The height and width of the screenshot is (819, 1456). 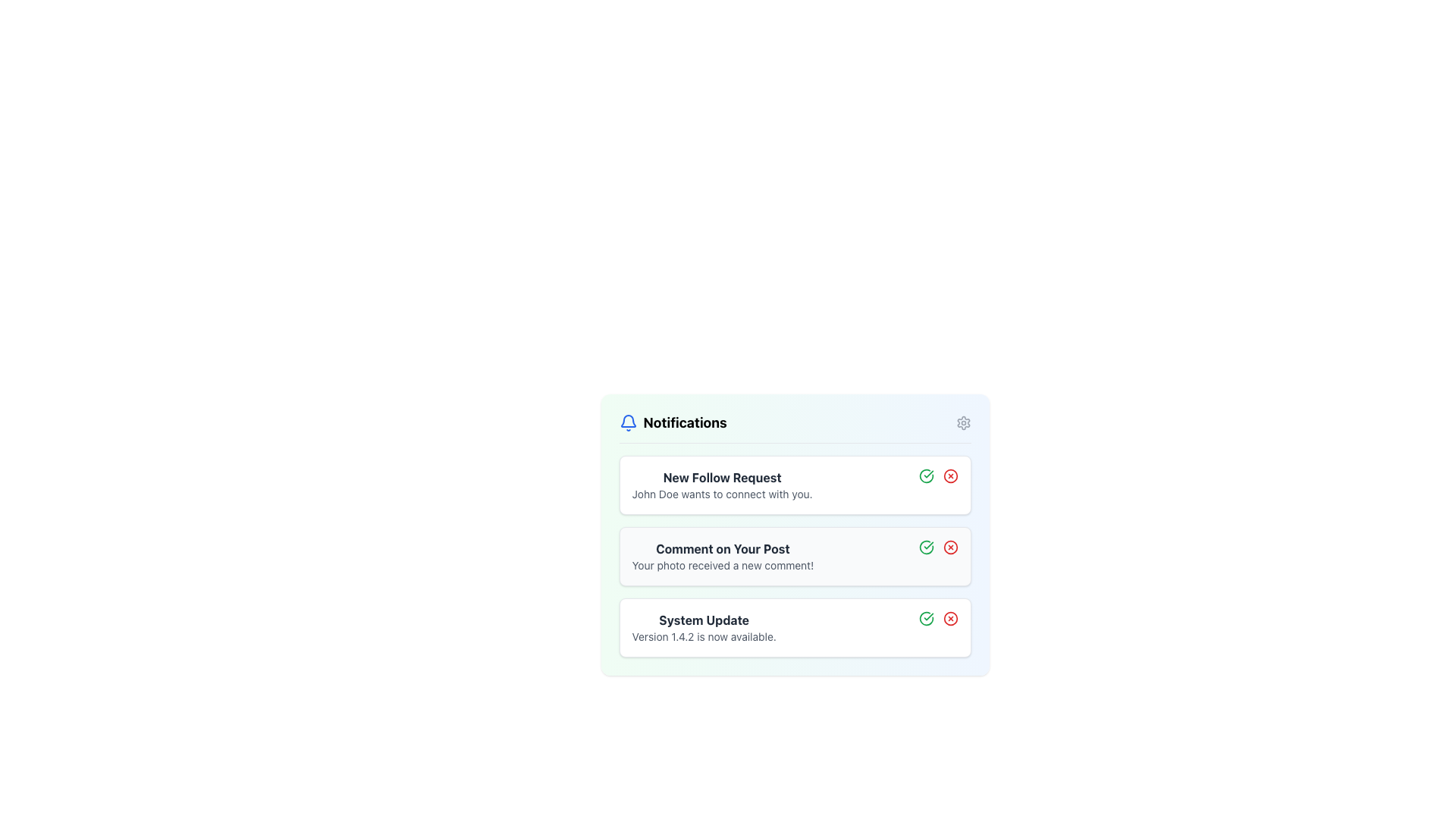 What do you see at coordinates (721, 494) in the screenshot?
I see `the informational Text Label that provides details about a follow request, located centrally within the notification card under the title 'New Follow Request'` at bounding box center [721, 494].